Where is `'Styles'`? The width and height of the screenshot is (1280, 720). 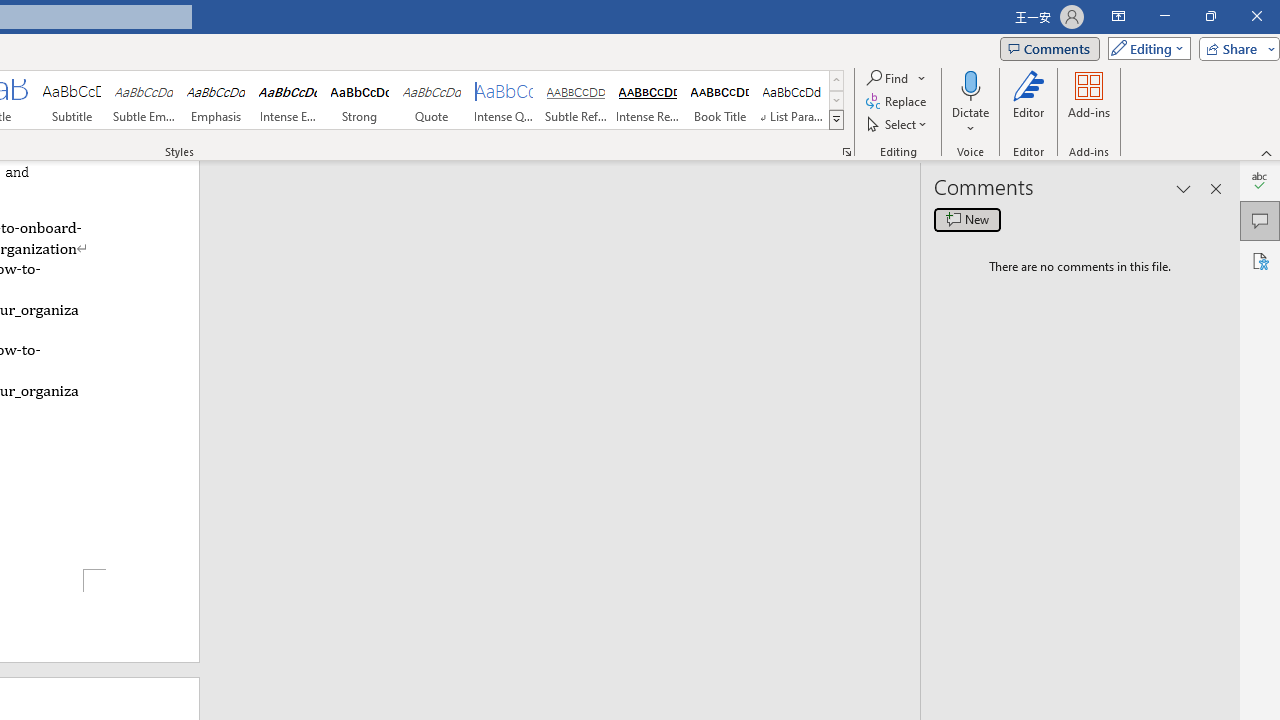
'Styles' is located at coordinates (836, 120).